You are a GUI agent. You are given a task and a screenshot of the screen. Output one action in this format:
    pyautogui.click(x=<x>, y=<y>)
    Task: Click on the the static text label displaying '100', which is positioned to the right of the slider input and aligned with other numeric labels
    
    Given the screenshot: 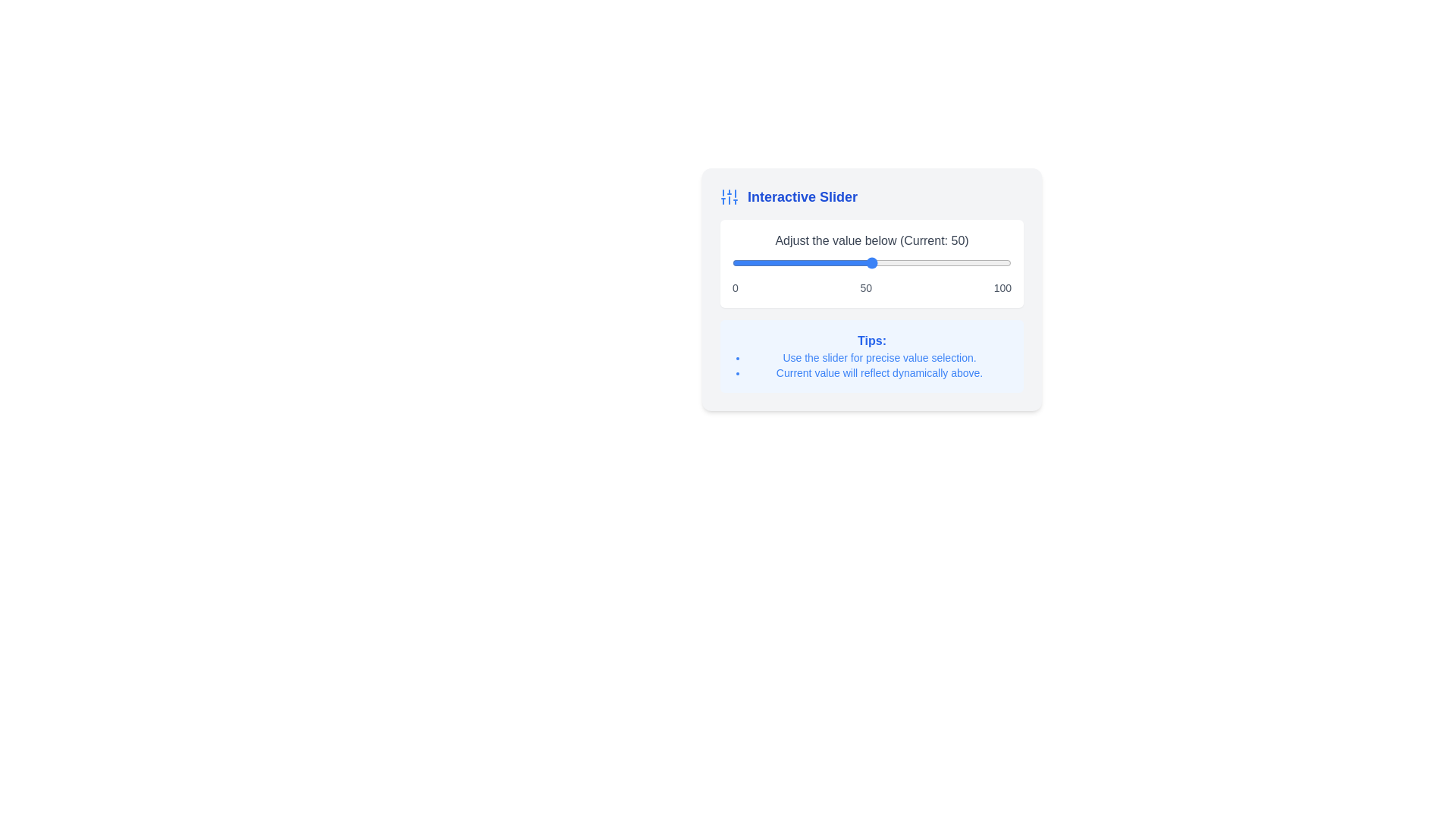 What is the action you would take?
    pyautogui.click(x=1003, y=288)
    